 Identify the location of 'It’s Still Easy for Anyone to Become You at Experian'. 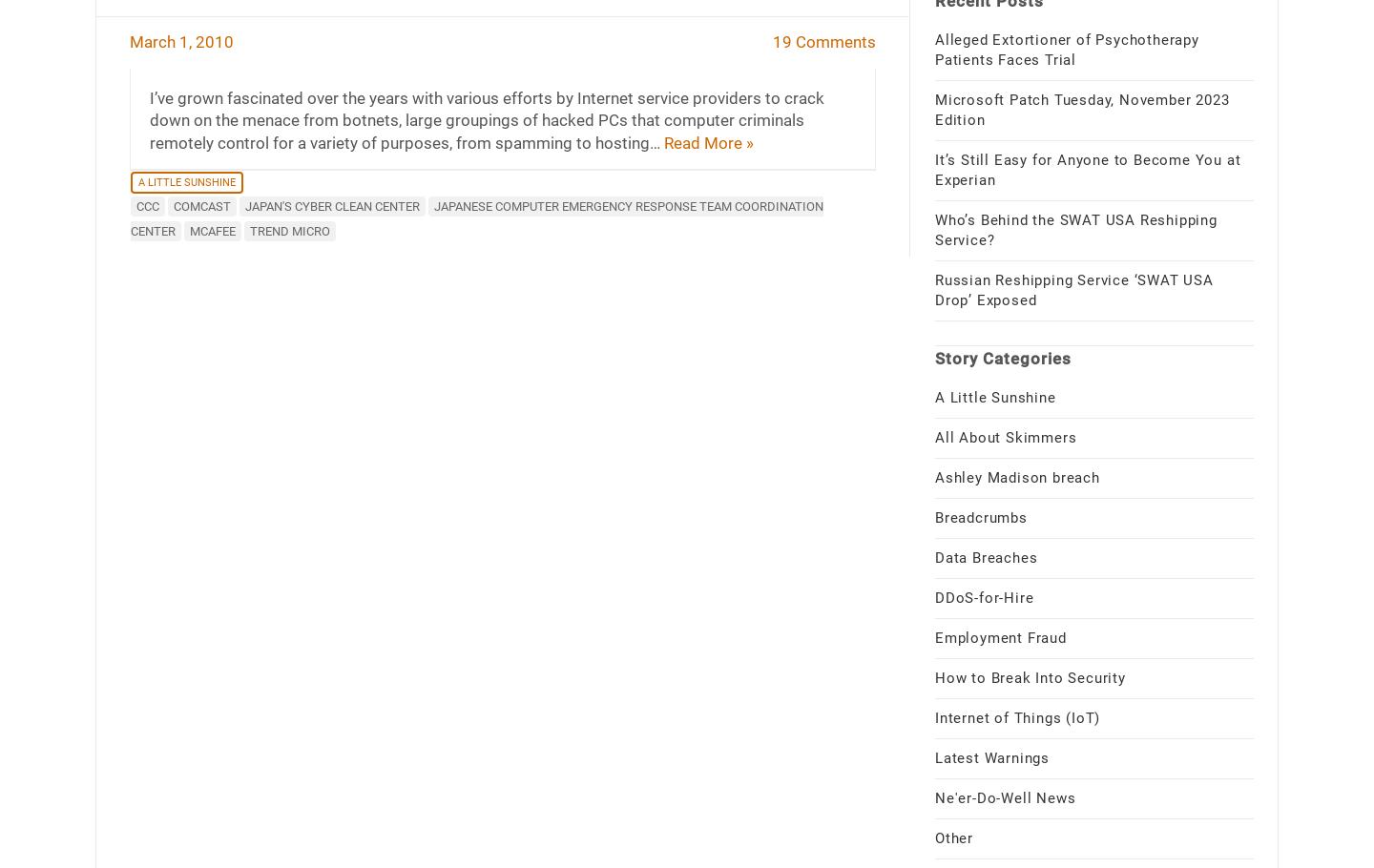
(1087, 169).